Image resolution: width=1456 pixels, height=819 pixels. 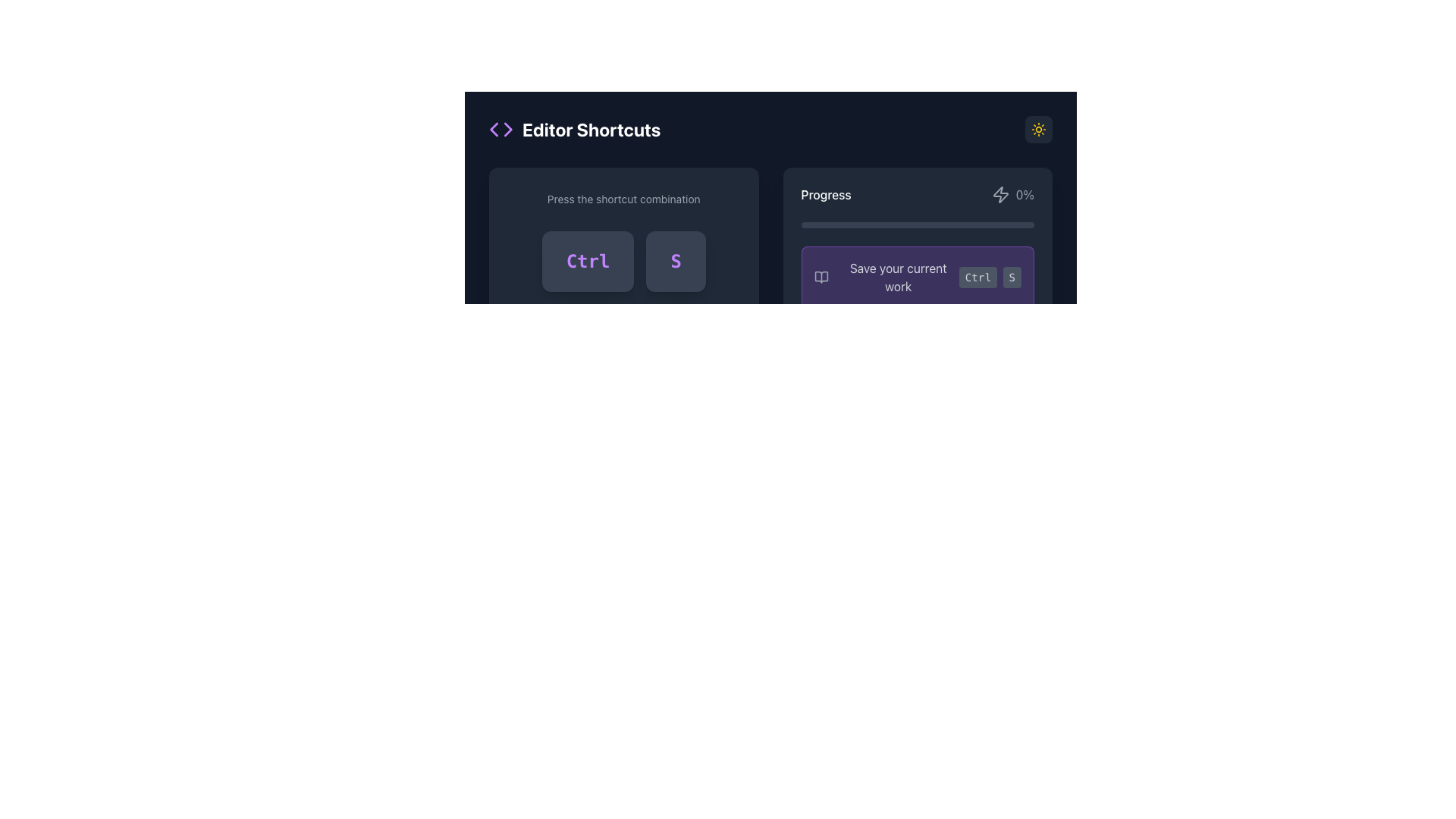 What do you see at coordinates (886, 278) in the screenshot?
I see `the informational label indicating the save feature, which is centrally located within a rectangular box styled with a purple border and background highlight` at bounding box center [886, 278].